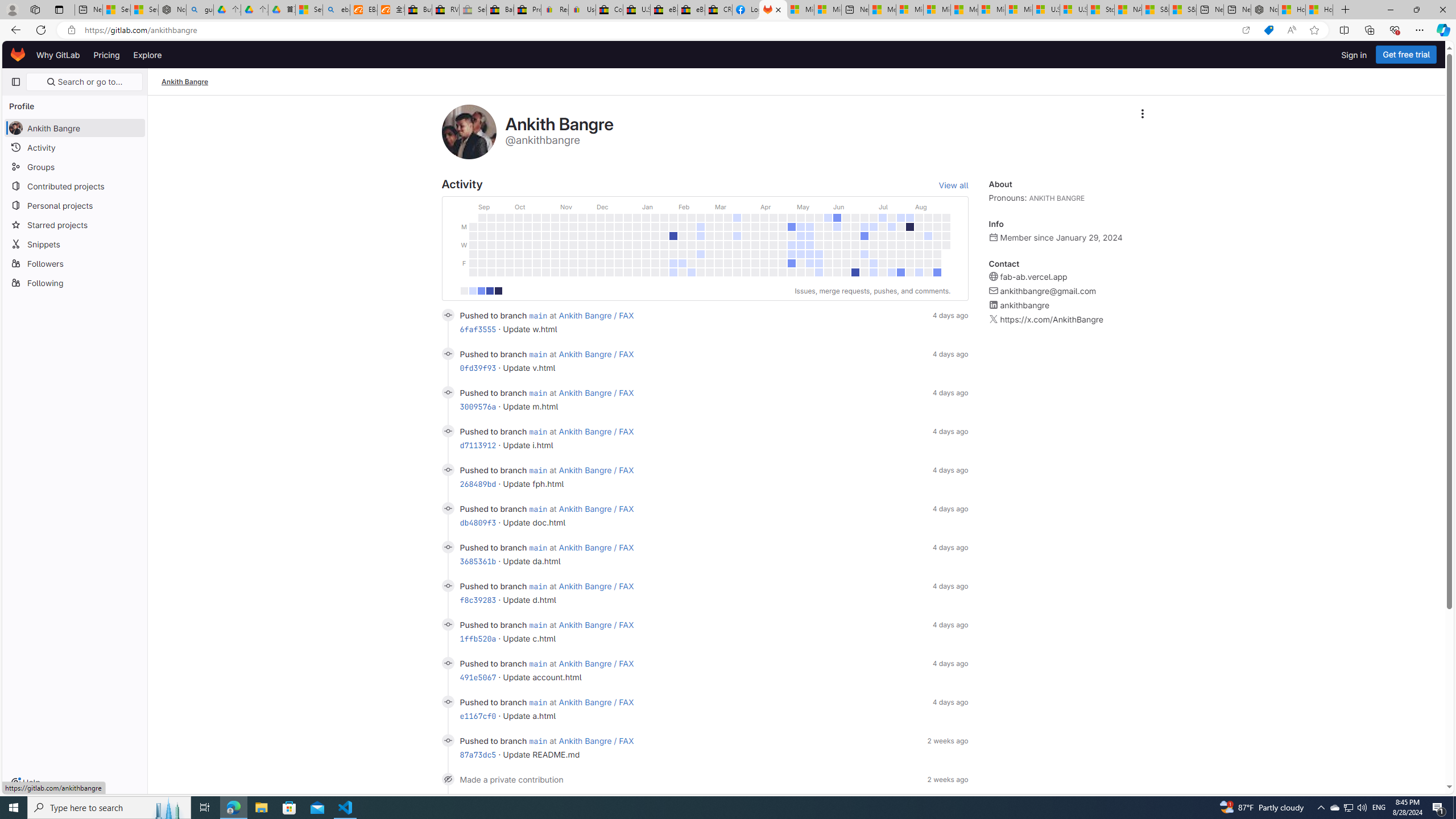 This screenshot has height=819, width=1456. I want to click on 'Explore', so click(146, 54).